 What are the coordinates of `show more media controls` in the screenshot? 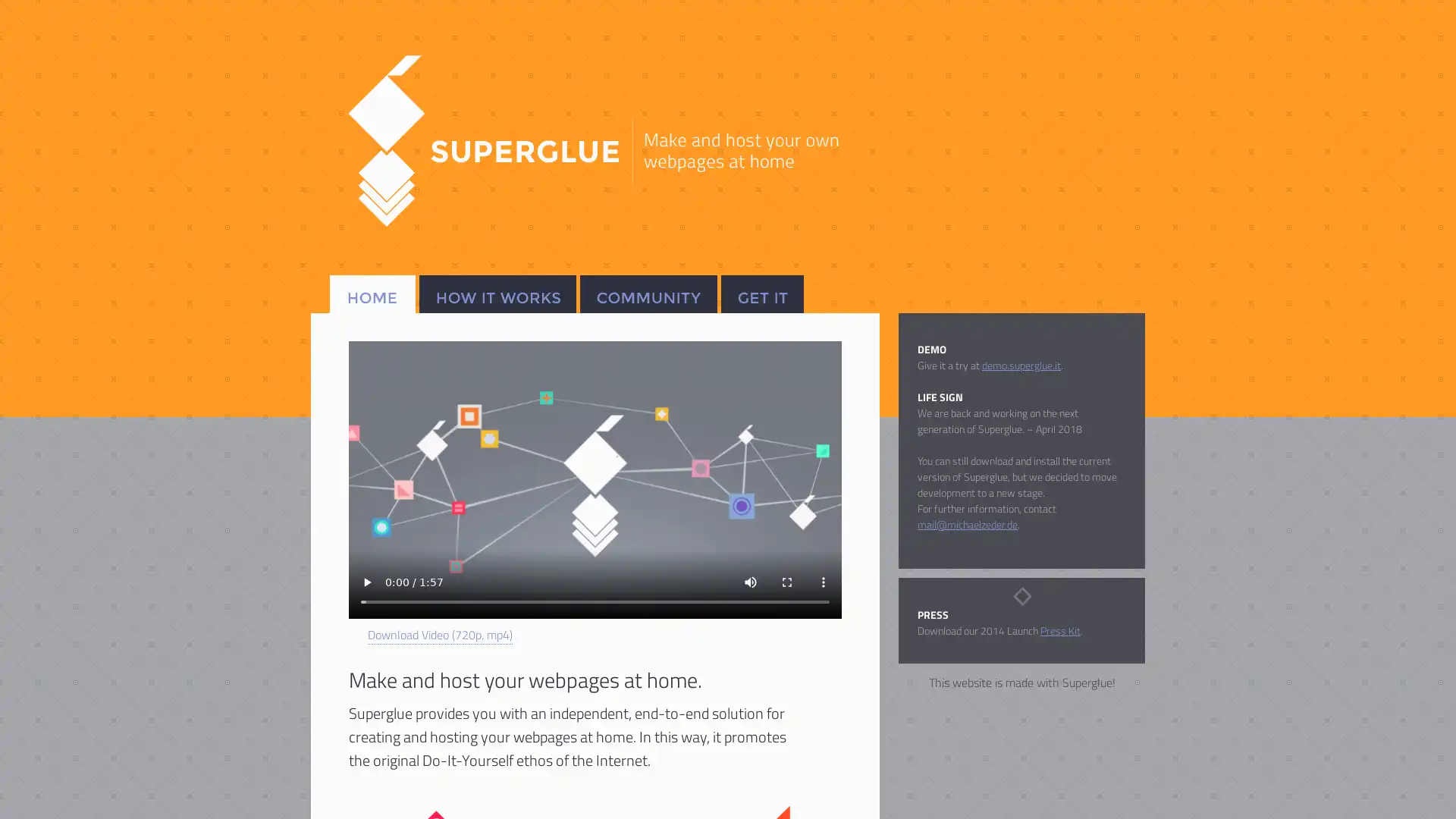 It's located at (822, 581).